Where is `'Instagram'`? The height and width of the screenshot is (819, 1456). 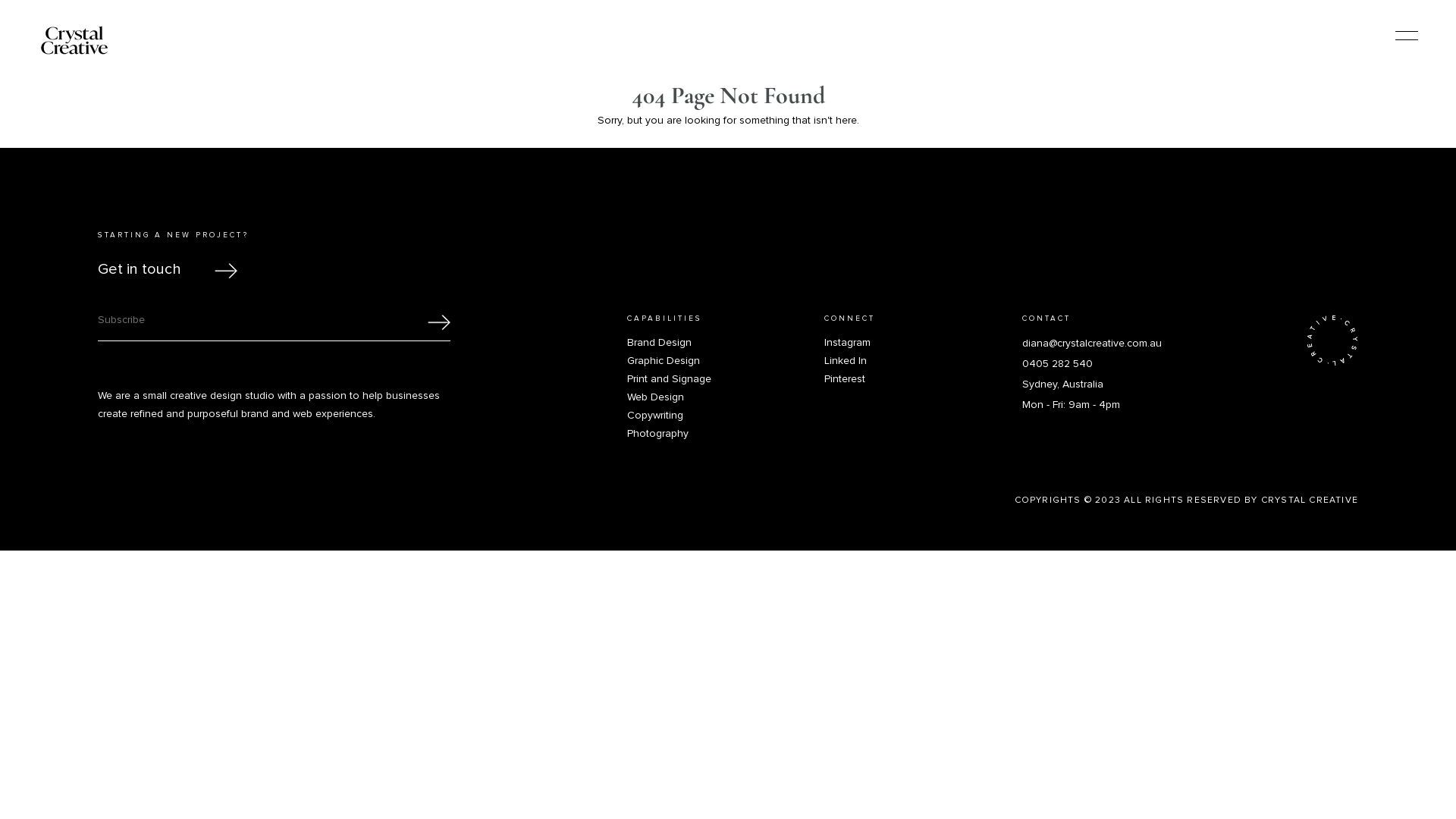 'Instagram' is located at coordinates (823, 342).